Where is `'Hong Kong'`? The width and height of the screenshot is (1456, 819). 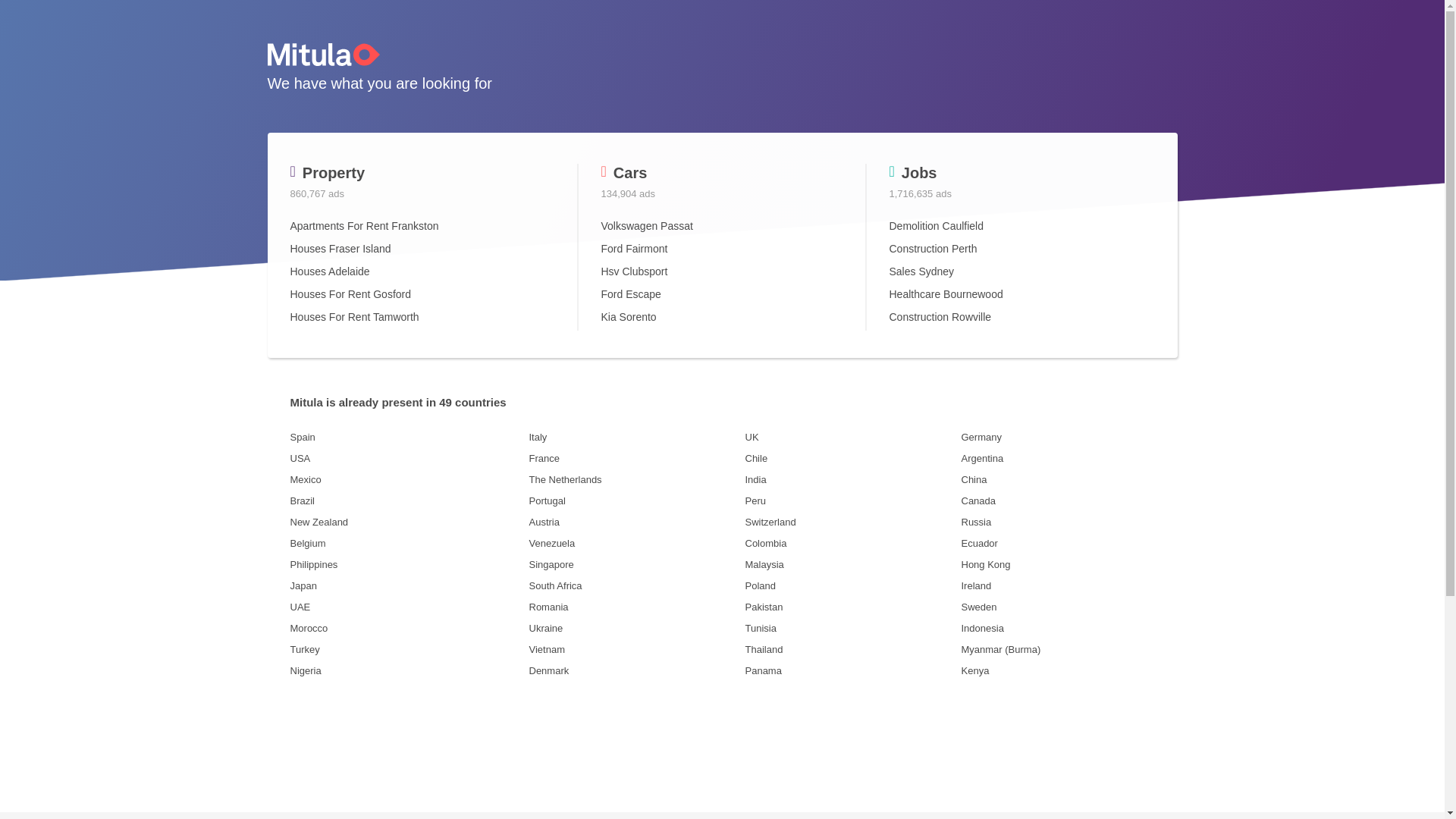
'Hong Kong' is located at coordinates (1057, 564).